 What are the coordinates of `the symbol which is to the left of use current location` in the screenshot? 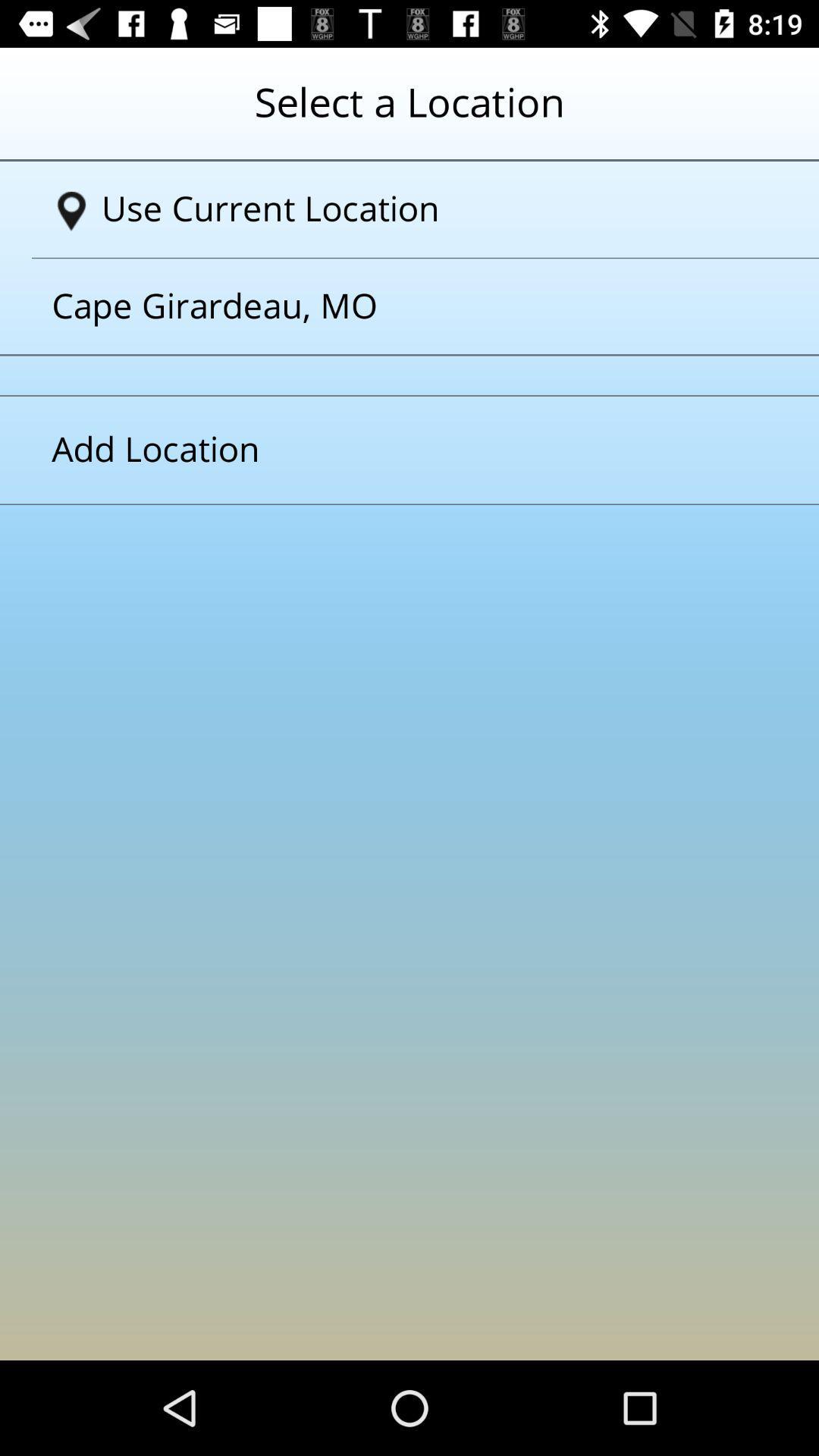 It's located at (71, 210).